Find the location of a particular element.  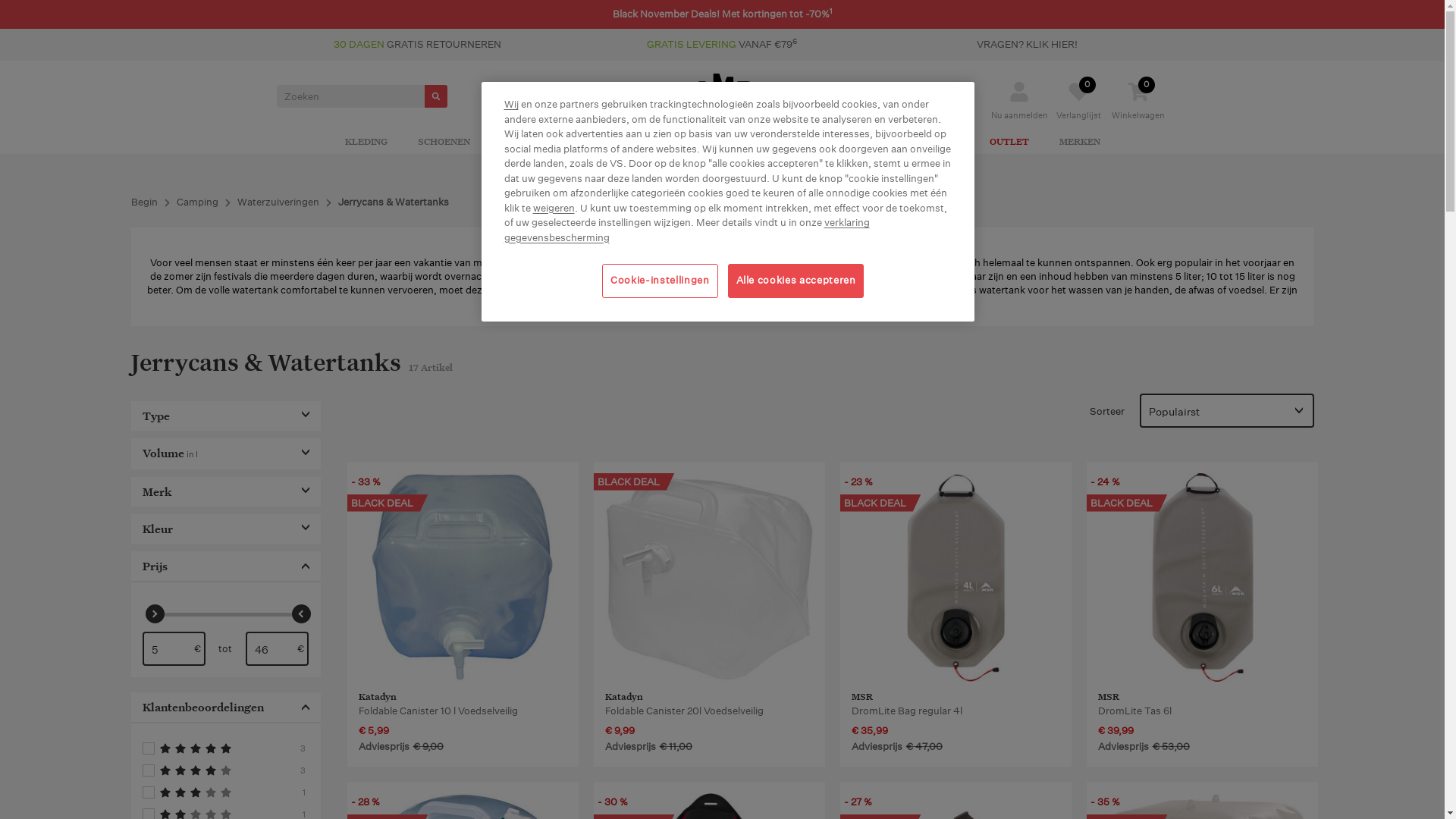

'Waterzuiveringen' is located at coordinates (236, 201).